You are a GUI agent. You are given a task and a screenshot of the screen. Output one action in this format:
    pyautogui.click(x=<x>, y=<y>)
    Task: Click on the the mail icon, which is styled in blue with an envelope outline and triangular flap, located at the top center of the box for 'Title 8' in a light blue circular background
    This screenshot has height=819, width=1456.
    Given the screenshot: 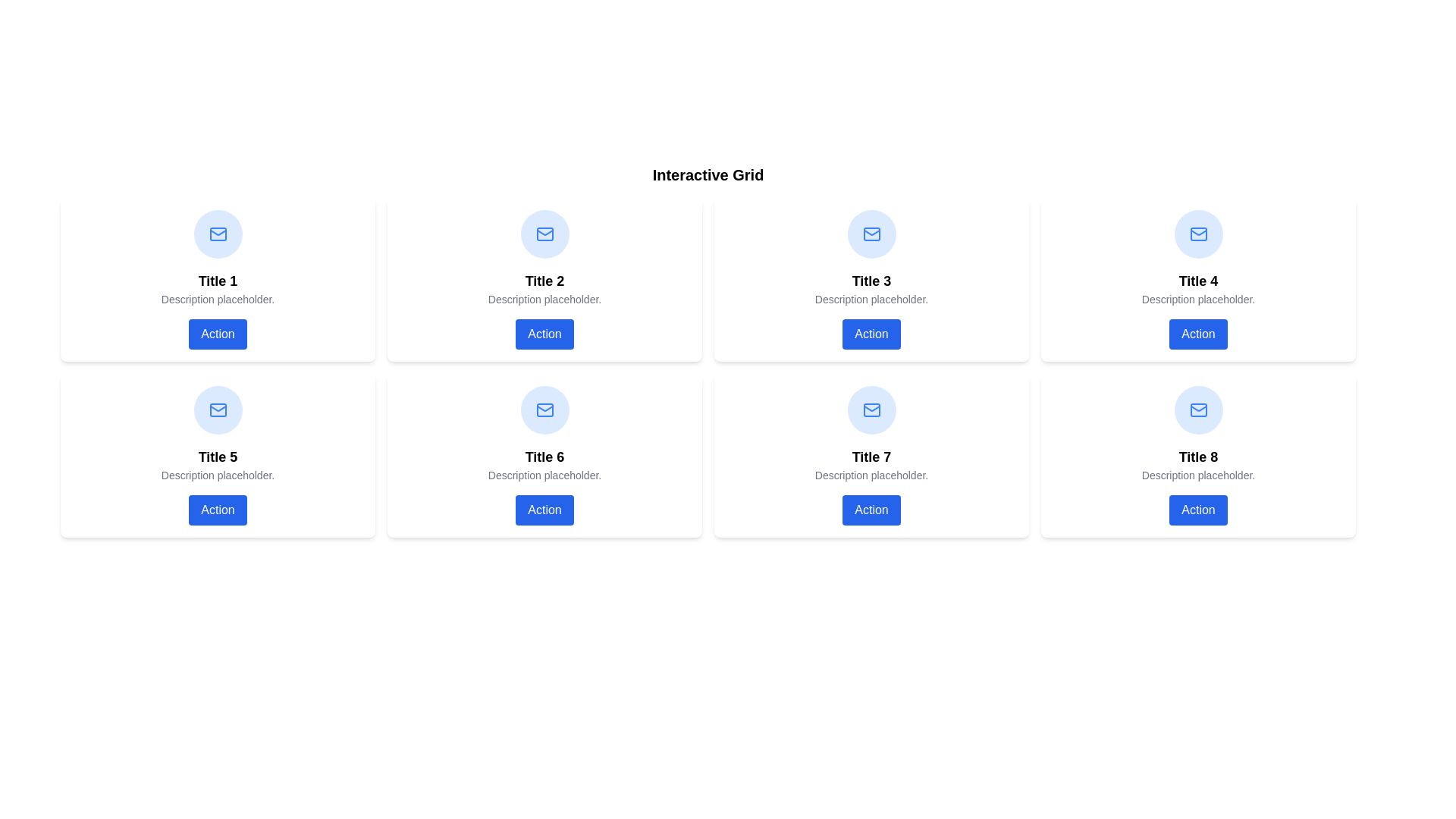 What is the action you would take?
    pyautogui.click(x=1197, y=409)
    